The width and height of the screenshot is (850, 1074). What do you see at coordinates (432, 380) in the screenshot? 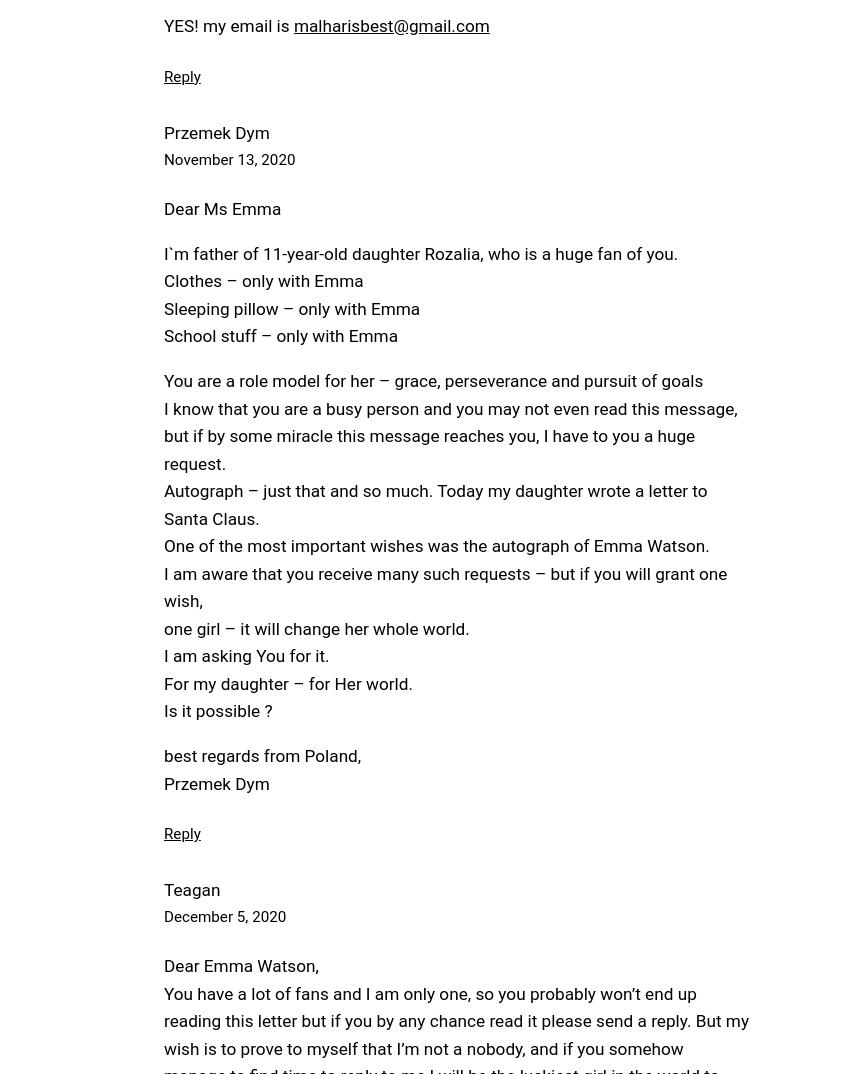
I see `'You are a role model for her – grace, perseverance and pursuit of goals'` at bounding box center [432, 380].